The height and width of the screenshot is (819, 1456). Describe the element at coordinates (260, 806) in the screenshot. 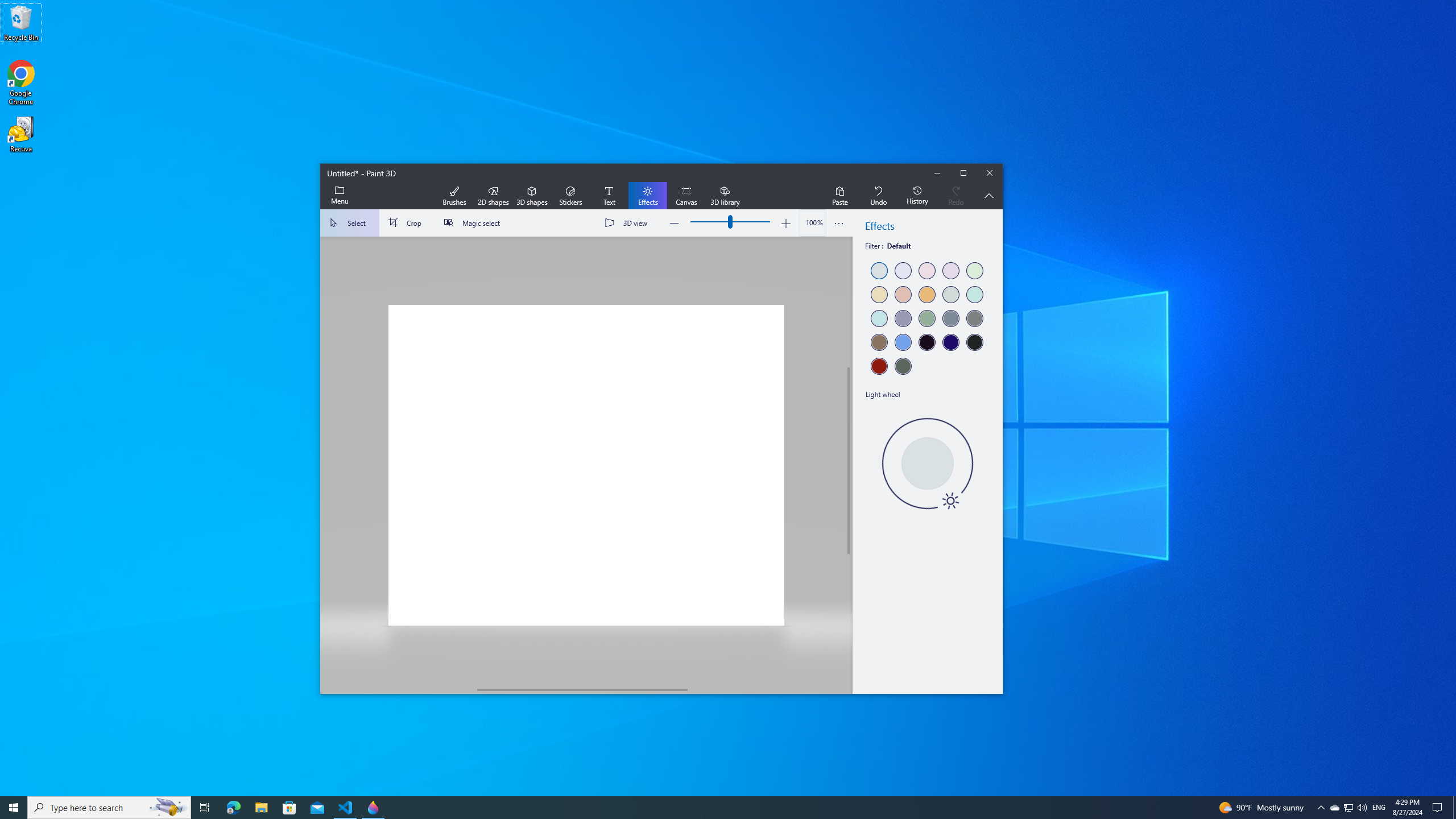

I see `'File Explorer'` at that location.